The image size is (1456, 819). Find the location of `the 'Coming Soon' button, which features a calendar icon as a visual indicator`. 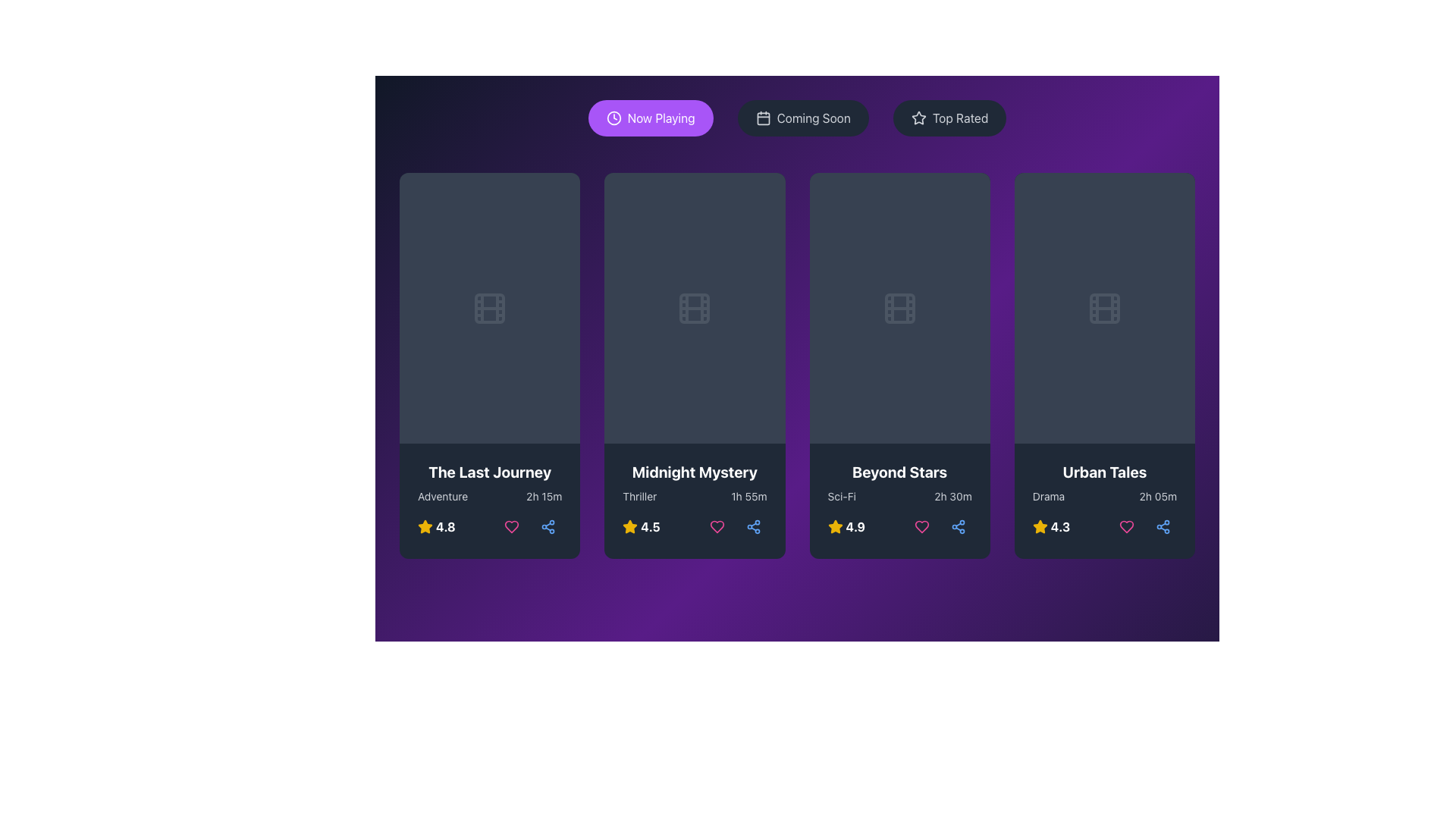

the 'Coming Soon' button, which features a calendar icon as a visual indicator is located at coordinates (763, 117).